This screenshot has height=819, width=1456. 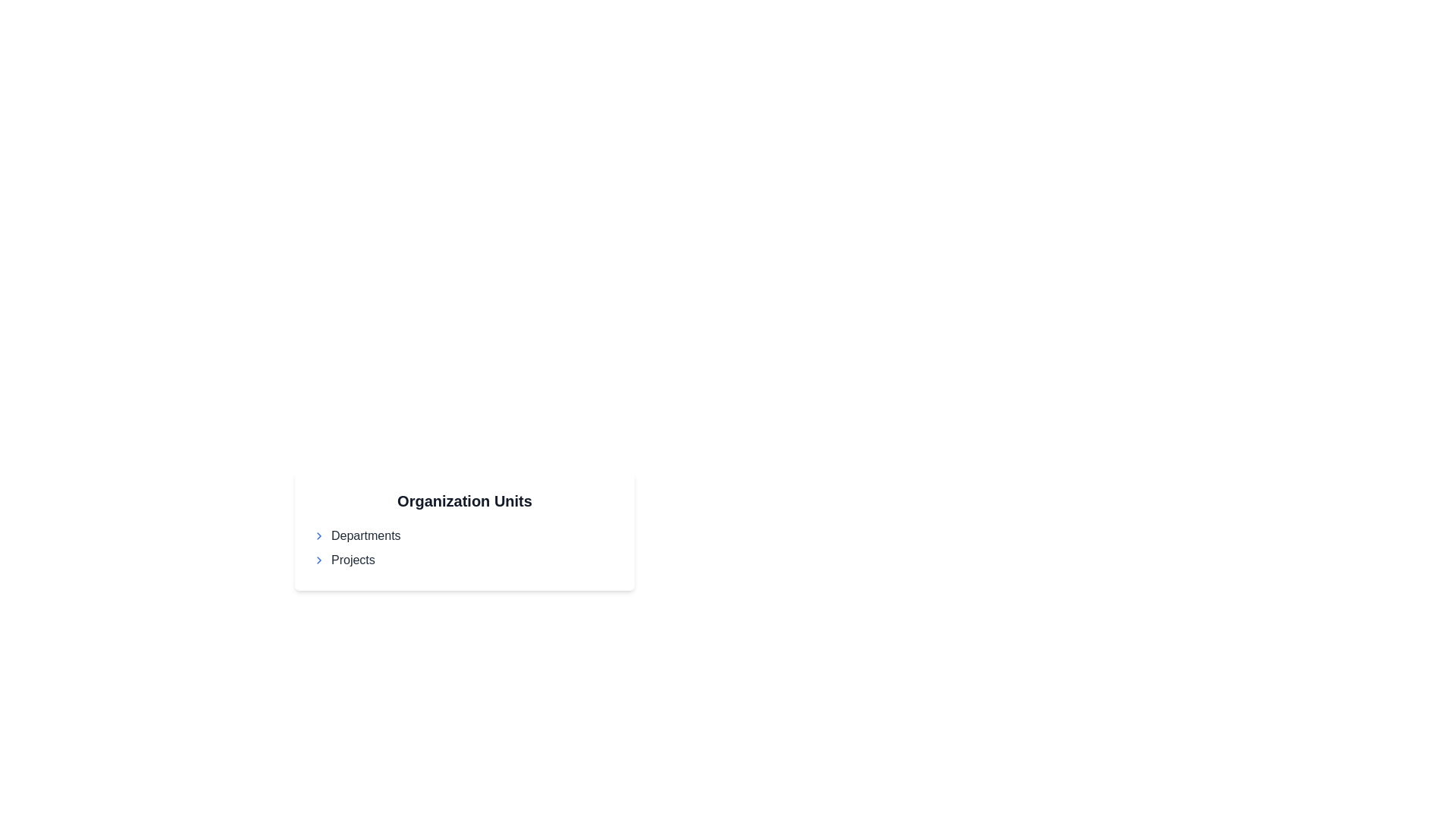 What do you see at coordinates (318, 560) in the screenshot?
I see `the arrow icon located to the left of the 'Projects' text` at bounding box center [318, 560].